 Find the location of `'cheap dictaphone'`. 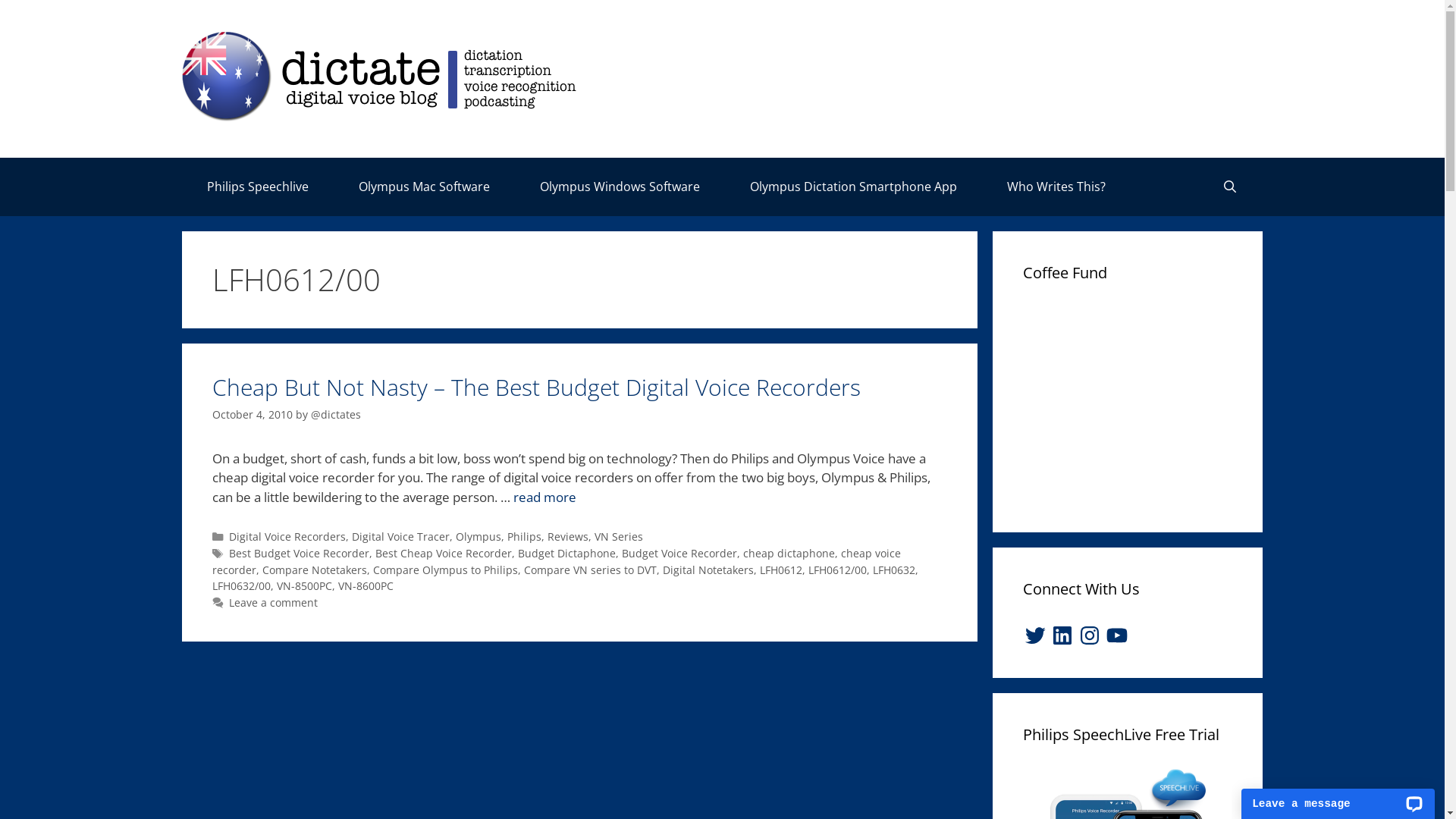

'cheap dictaphone' is located at coordinates (742, 553).